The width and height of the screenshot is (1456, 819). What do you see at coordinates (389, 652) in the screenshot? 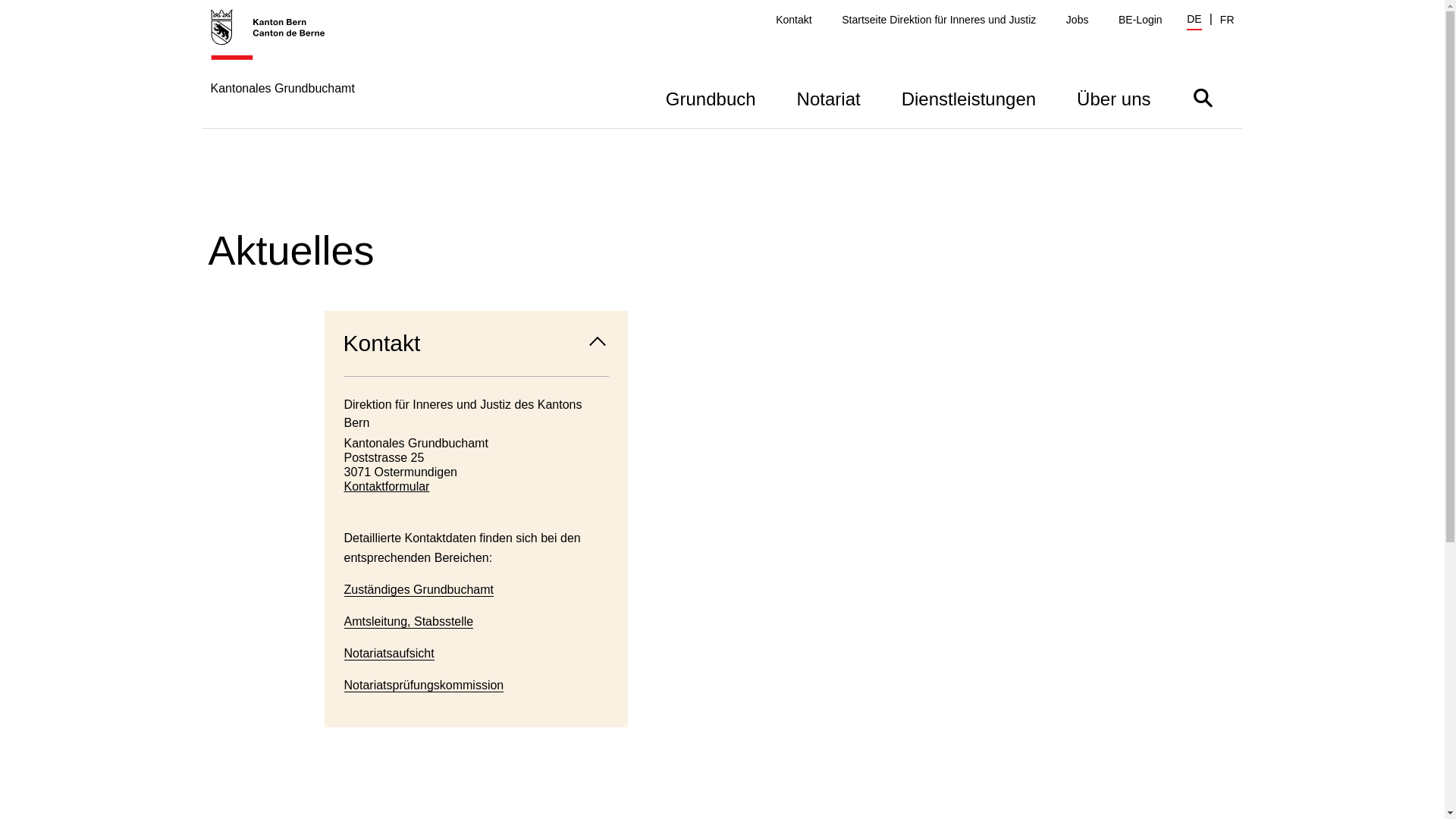
I see `'Notariatsaufsicht'` at bounding box center [389, 652].